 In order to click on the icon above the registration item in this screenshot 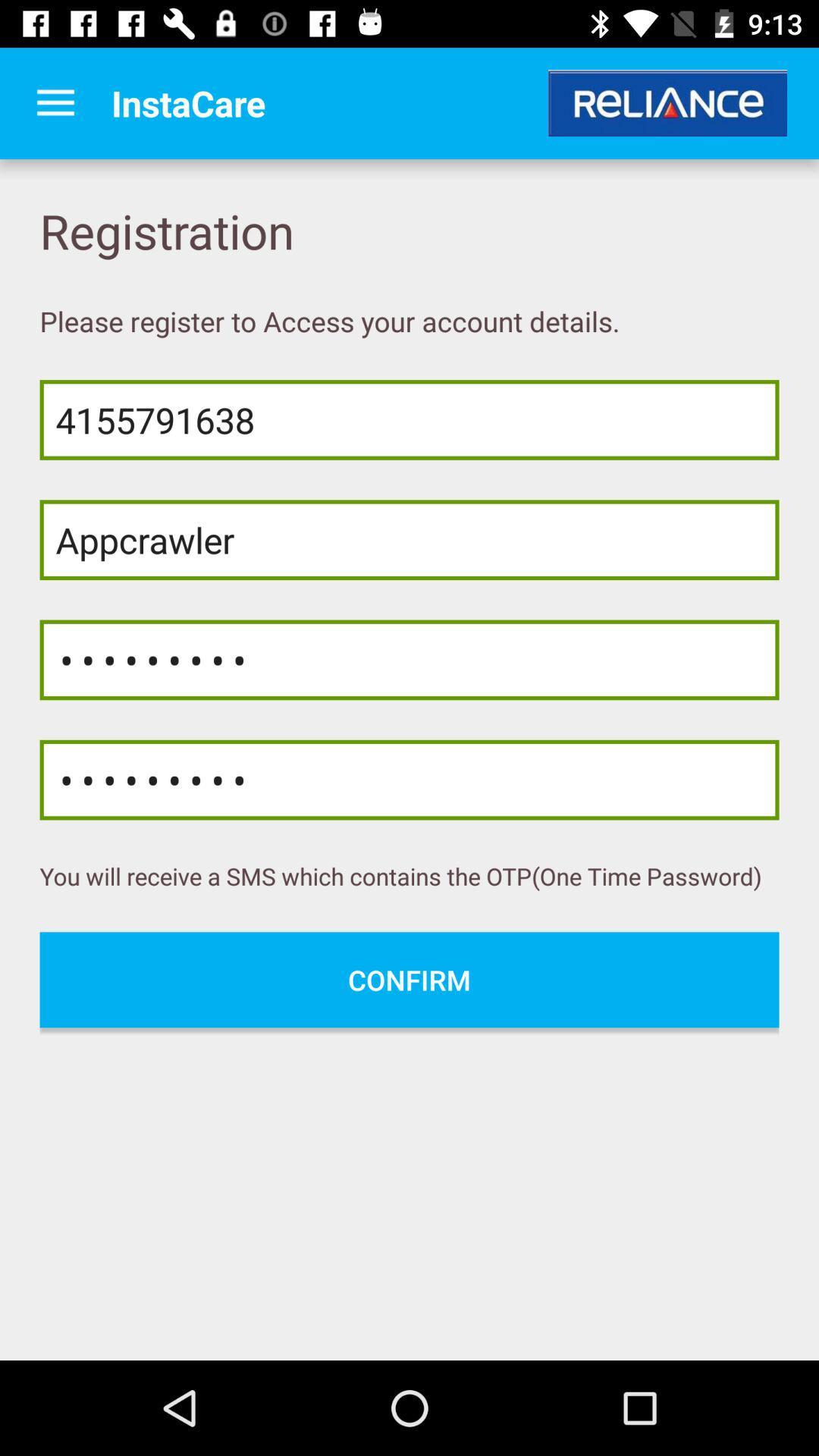, I will do `click(55, 102)`.